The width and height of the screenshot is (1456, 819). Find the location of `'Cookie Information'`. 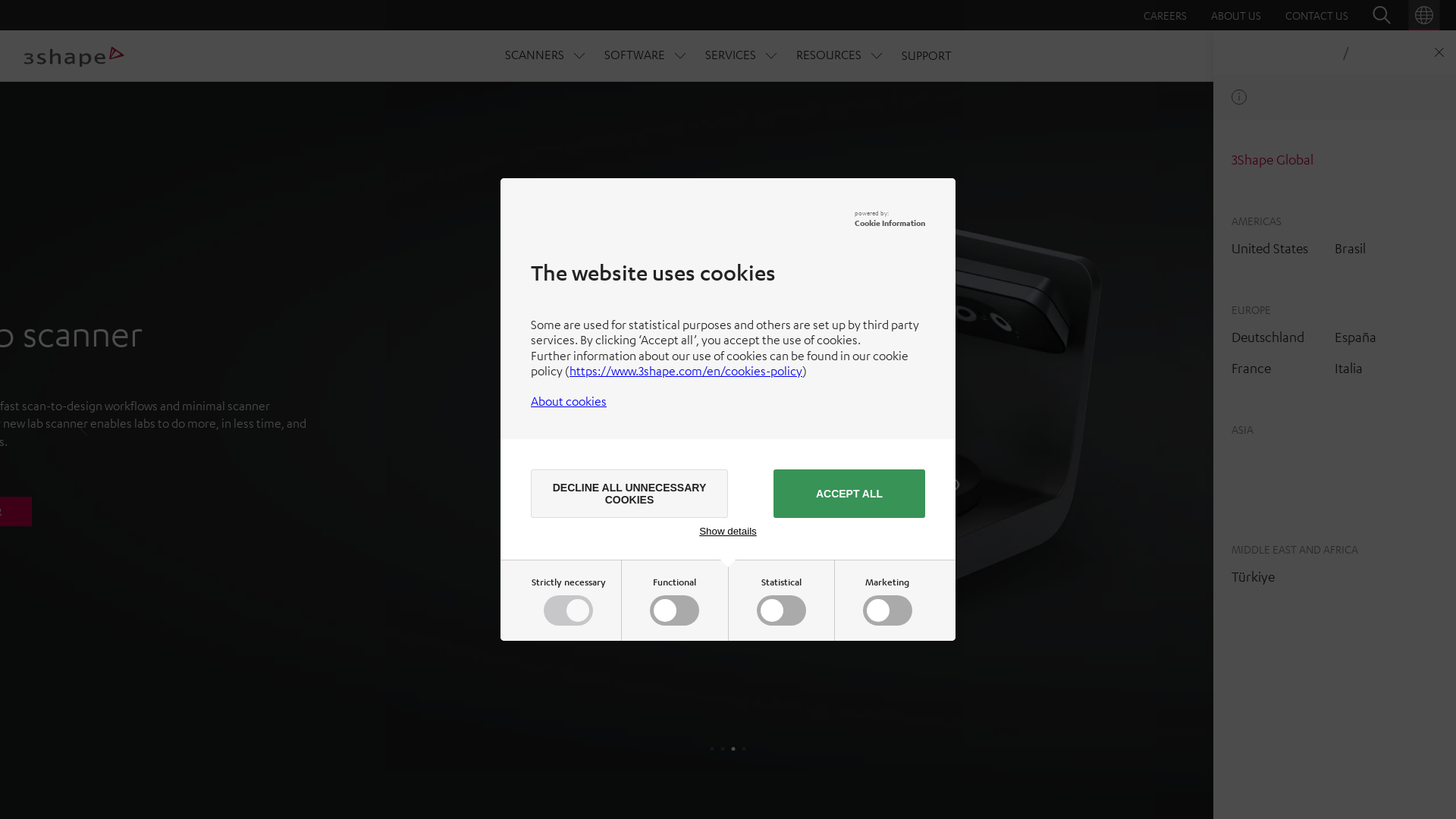

'Cookie Information' is located at coordinates (890, 222).